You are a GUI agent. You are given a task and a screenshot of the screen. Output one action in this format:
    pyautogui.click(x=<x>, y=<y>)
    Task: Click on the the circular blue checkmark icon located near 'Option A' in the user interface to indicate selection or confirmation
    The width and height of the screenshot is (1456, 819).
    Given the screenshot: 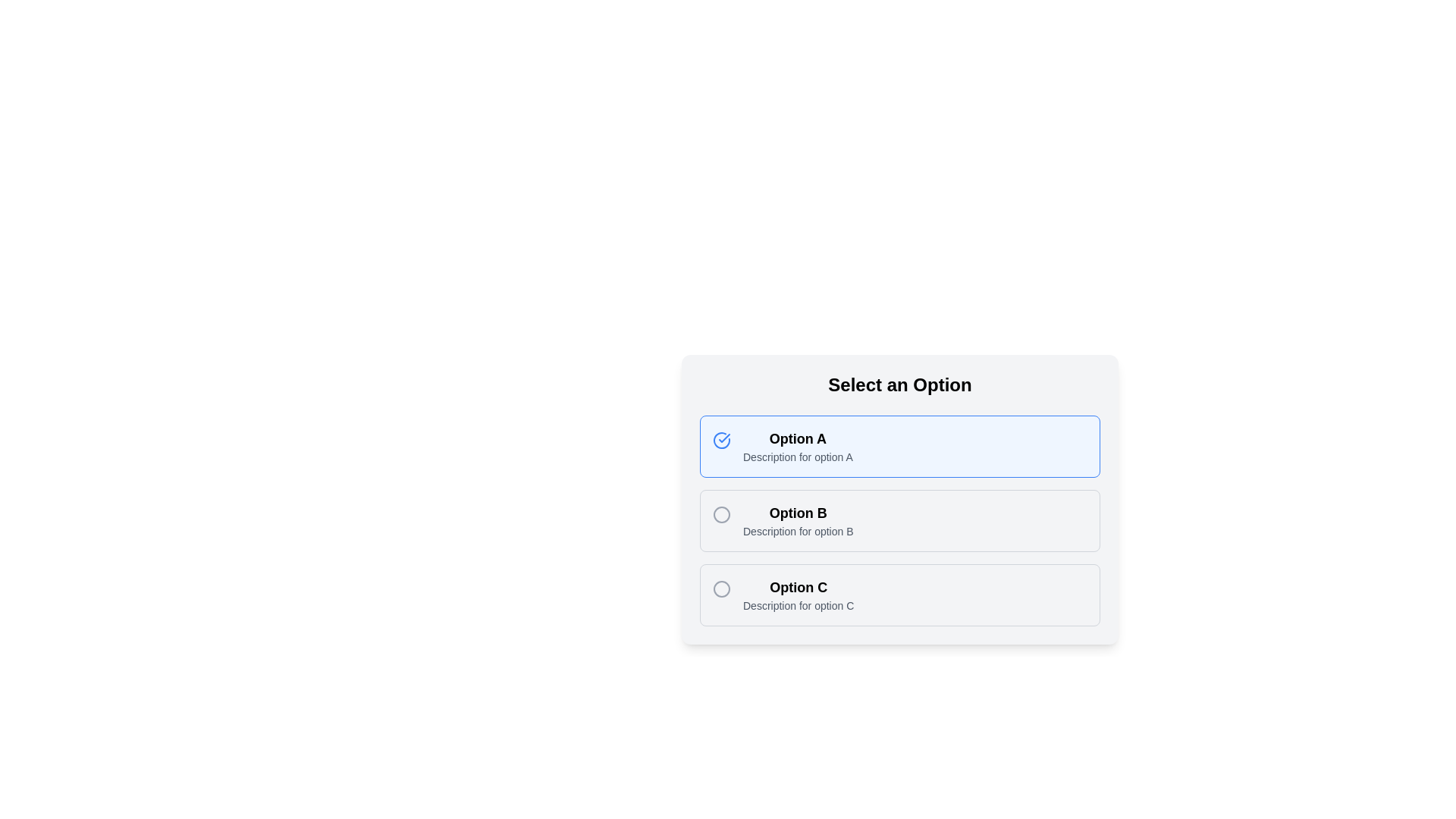 What is the action you would take?
    pyautogui.click(x=720, y=441)
    